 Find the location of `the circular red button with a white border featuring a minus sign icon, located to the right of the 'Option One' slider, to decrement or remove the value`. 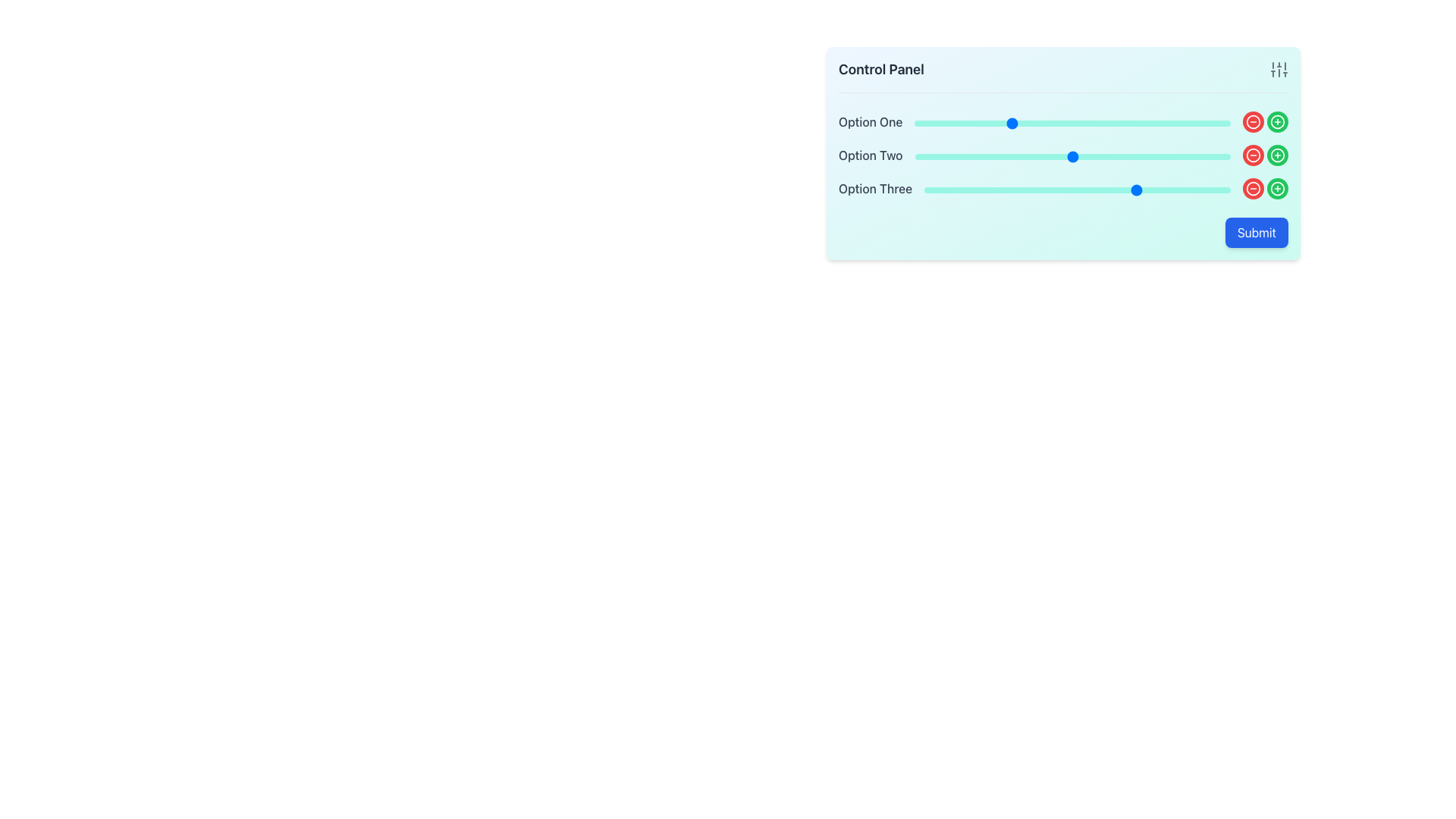

the circular red button with a white border featuring a minus sign icon, located to the right of the 'Option One' slider, to decrement or remove the value is located at coordinates (1253, 121).